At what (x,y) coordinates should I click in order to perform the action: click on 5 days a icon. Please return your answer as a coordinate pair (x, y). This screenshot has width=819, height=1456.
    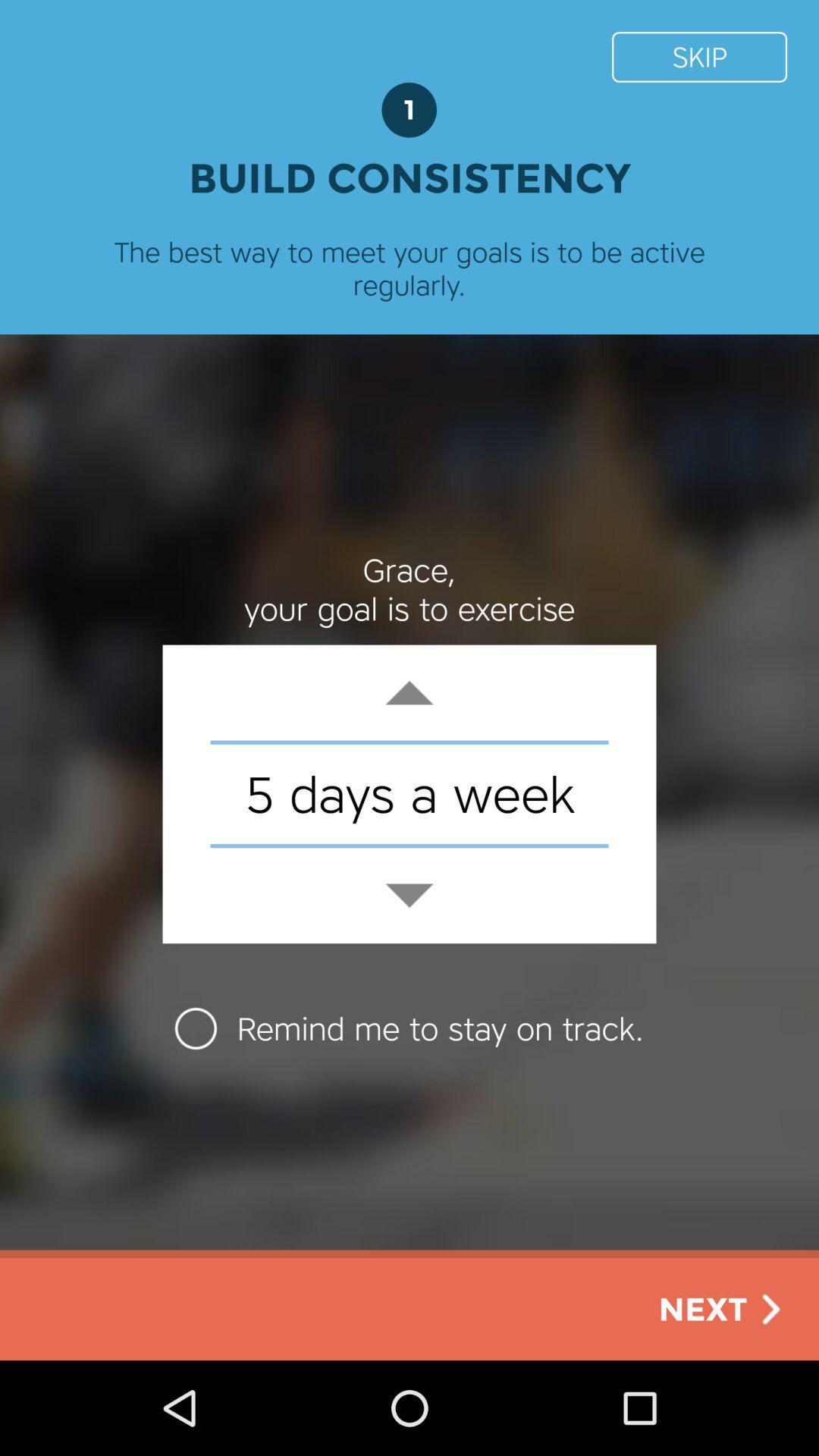
    Looking at the image, I should click on (409, 793).